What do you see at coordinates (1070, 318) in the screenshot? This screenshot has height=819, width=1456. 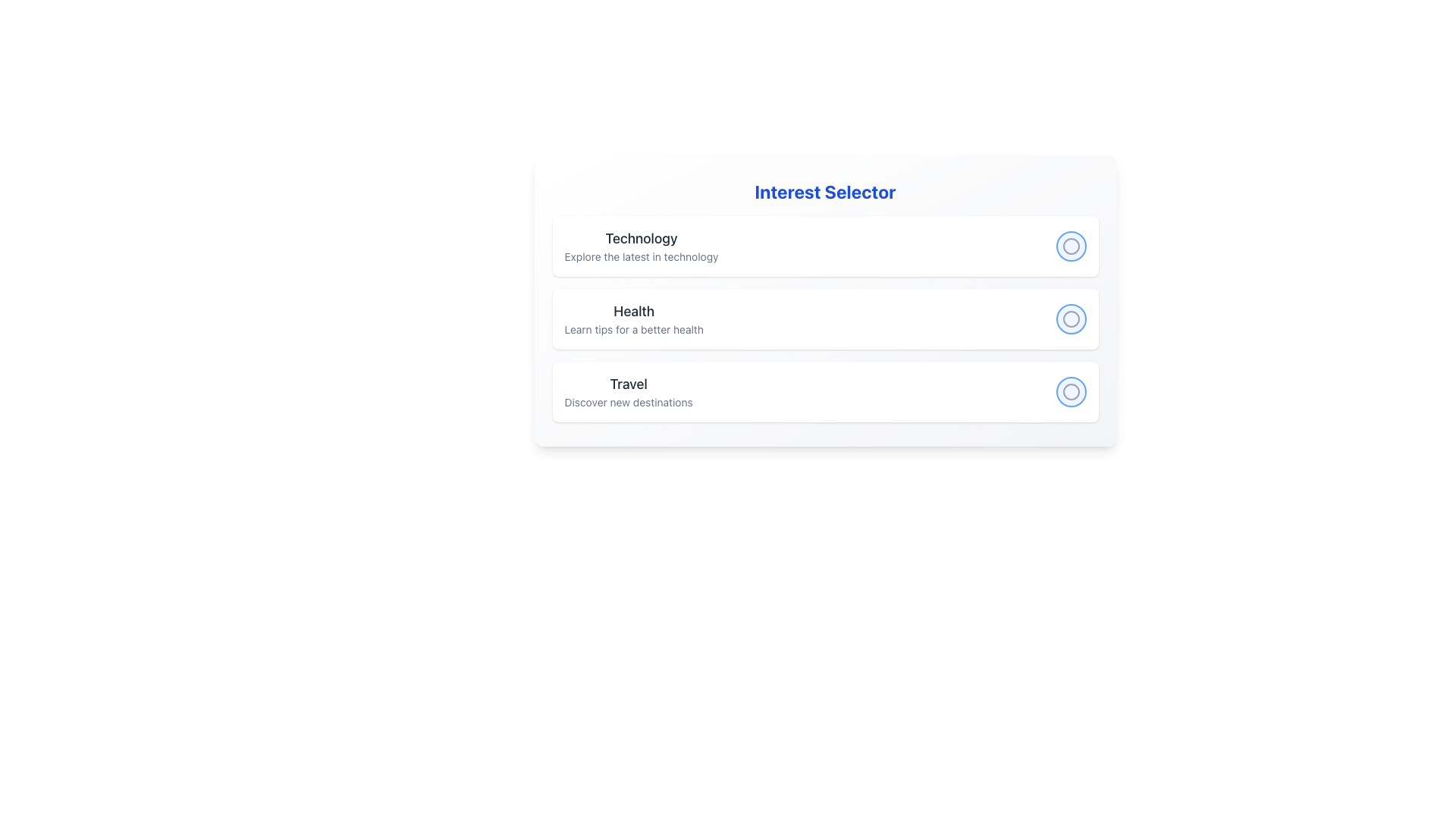 I see `the circular indicator for the 'Health' item` at bounding box center [1070, 318].